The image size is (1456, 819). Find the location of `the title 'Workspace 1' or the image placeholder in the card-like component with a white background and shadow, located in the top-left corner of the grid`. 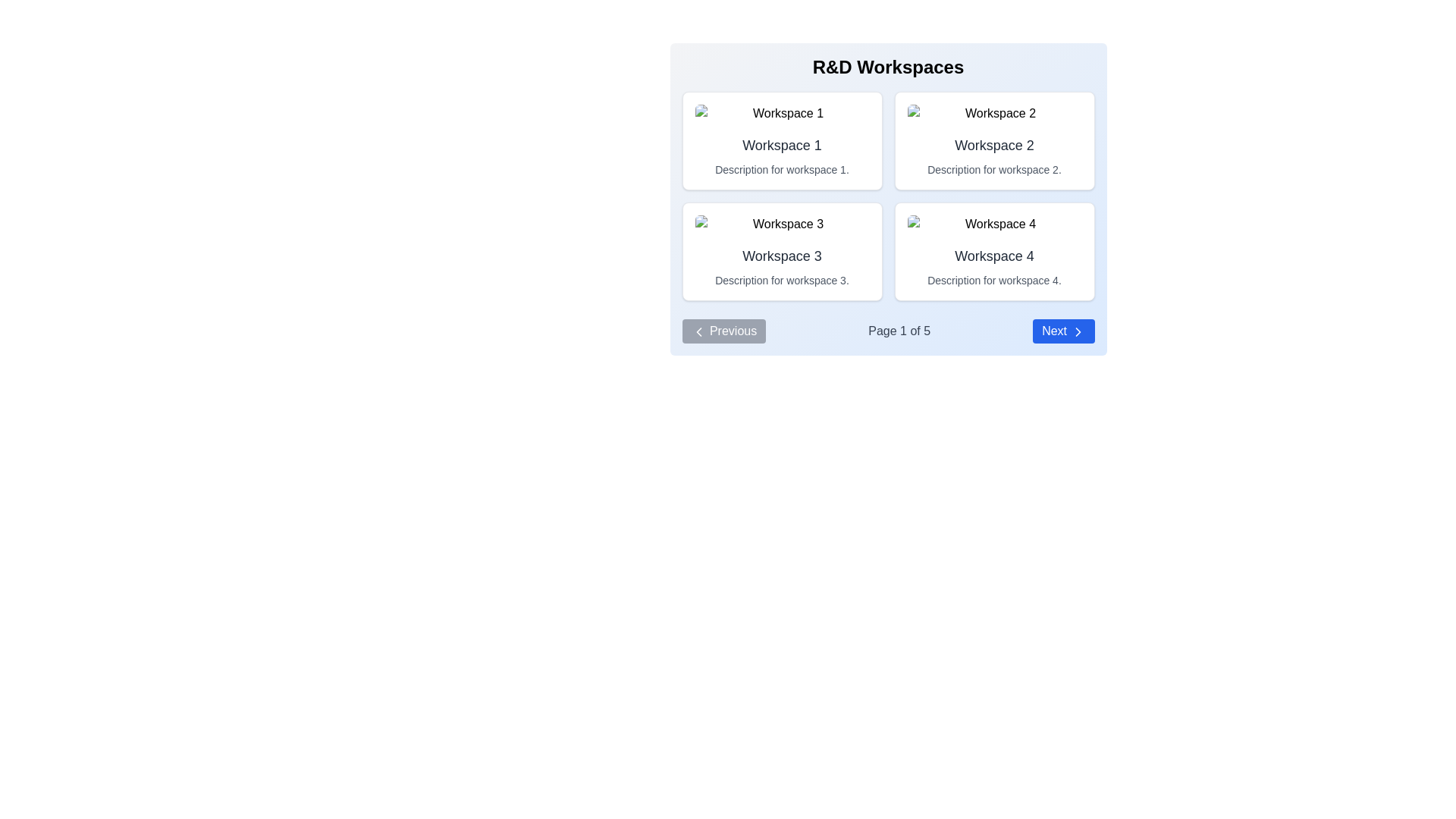

the title 'Workspace 1' or the image placeholder in the card-like component with a white background and shadow, located in the top-left corner of the grid is located at coordinates (782, 140).